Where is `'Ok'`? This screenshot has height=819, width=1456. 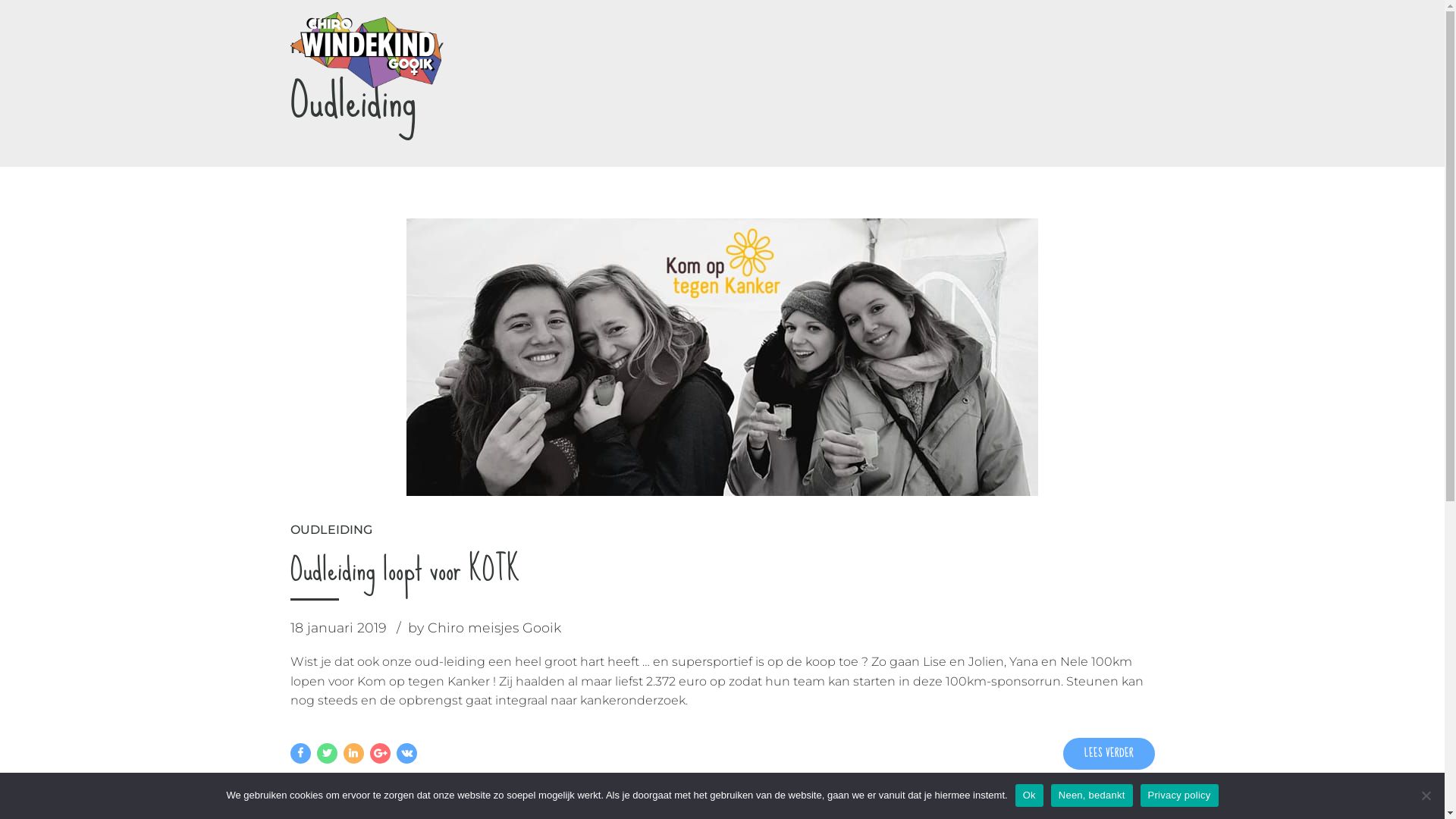
'Ok' is located at coordinates (1029, 795).